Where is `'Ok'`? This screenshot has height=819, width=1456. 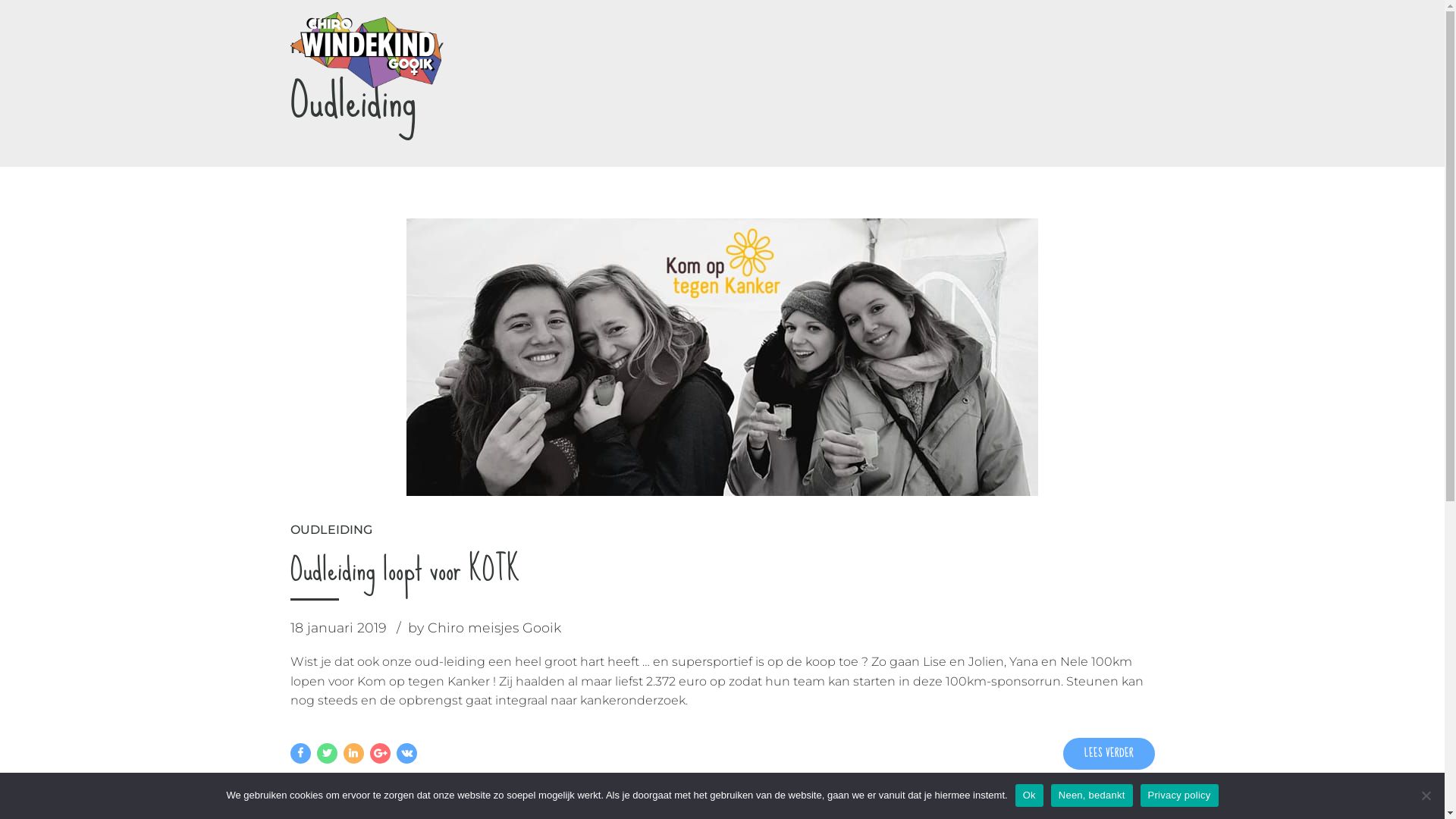
'Ok' is located at coordinates (1029, 795).